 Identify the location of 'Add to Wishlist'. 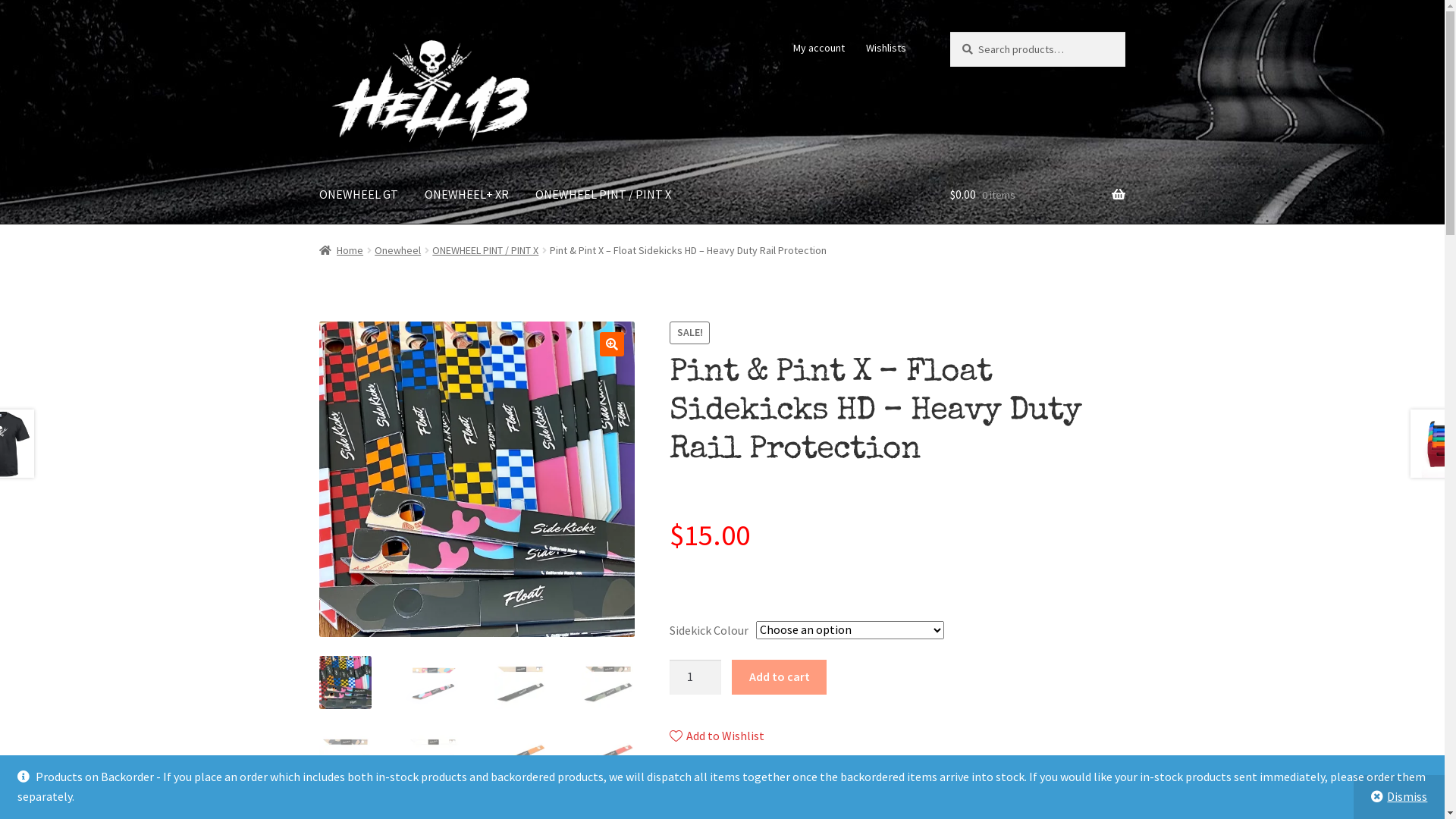
(716, 736).